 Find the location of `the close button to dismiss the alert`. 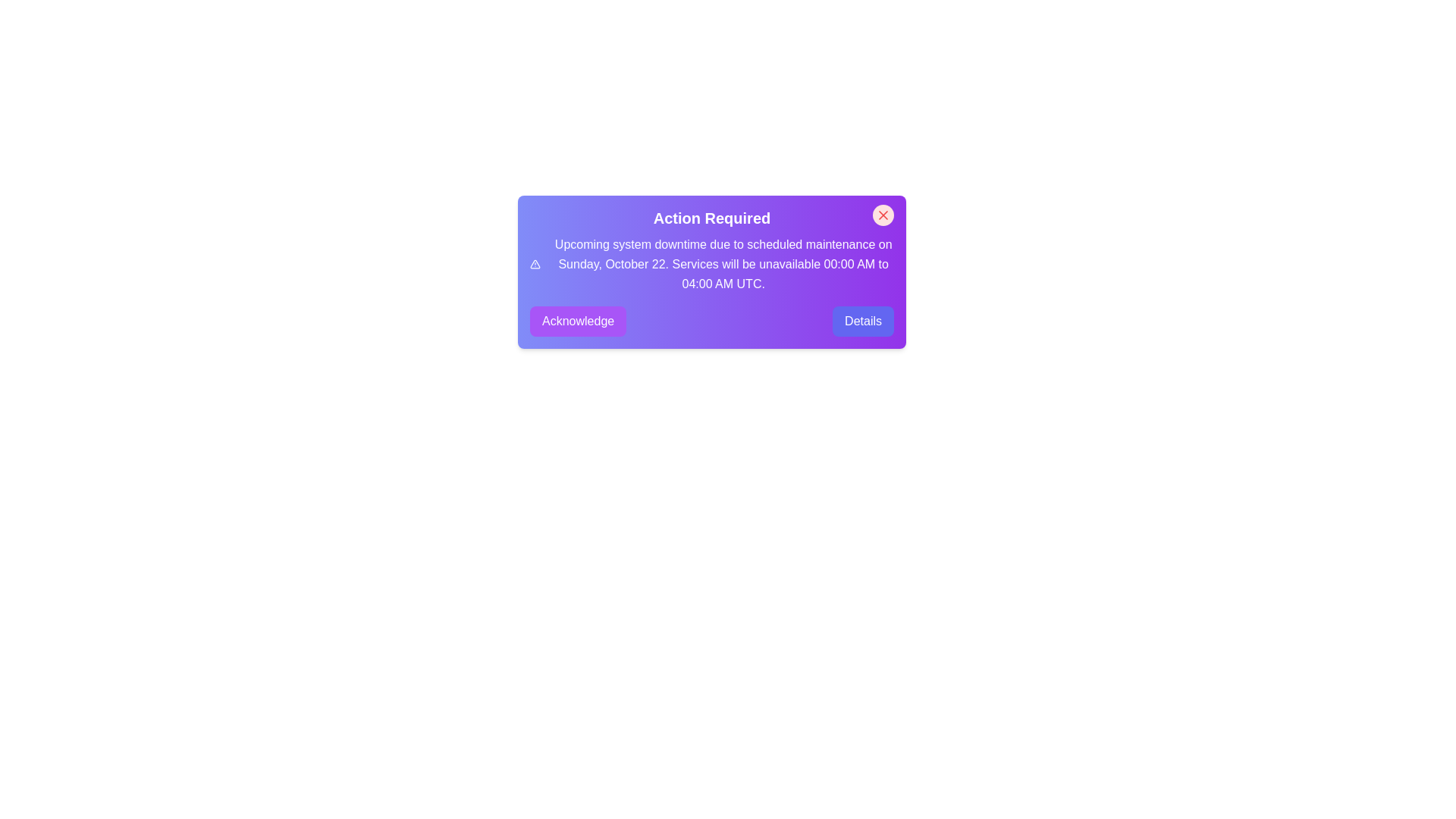

the close button to dismiss the alert is located at coordinates (883, 215).